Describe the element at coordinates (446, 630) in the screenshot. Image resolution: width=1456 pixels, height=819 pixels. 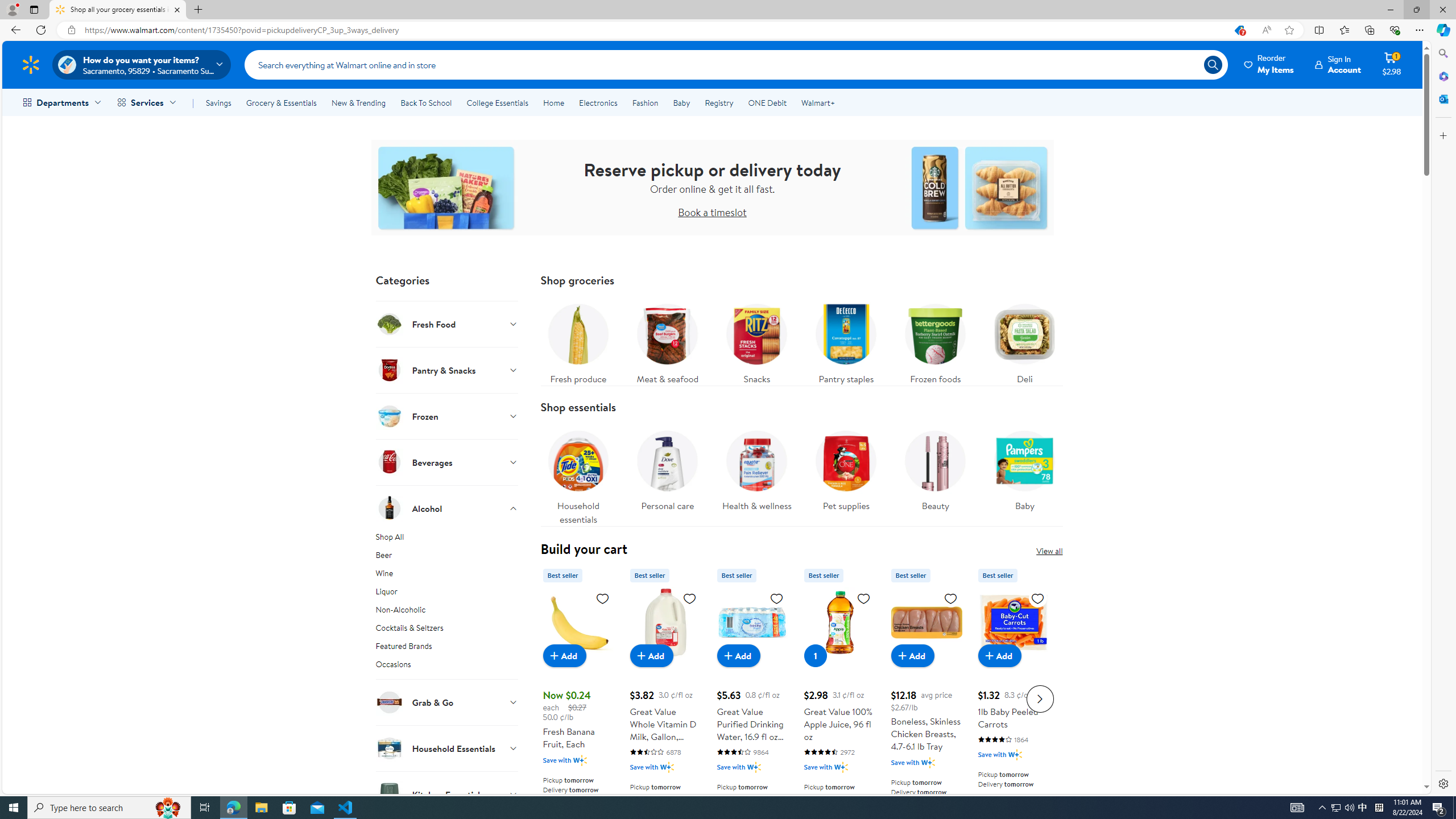
I see `'Cocktails & Seltzers'` at that location.